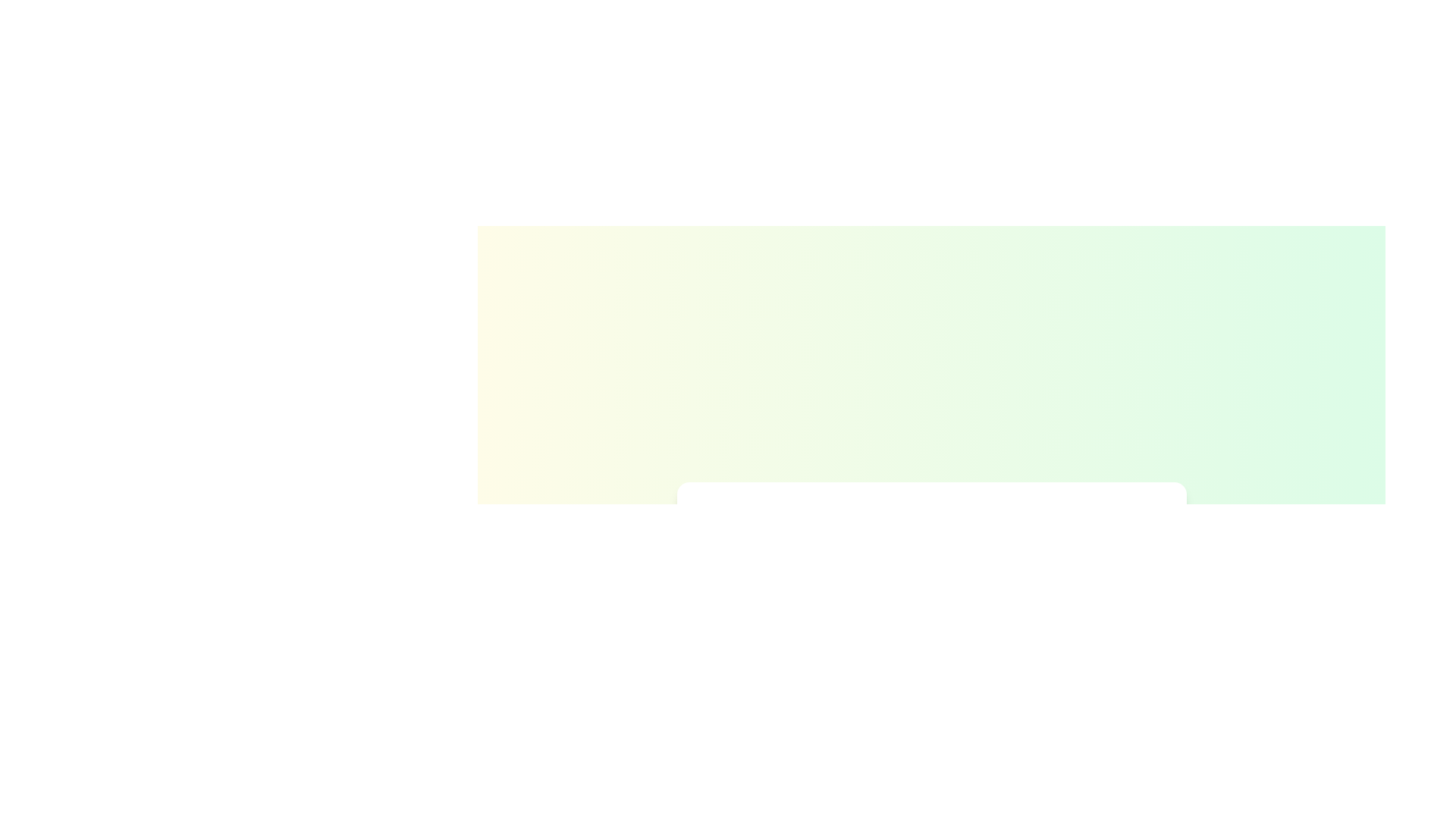  What do you see at coordinates (1049, 579) in the screenshot?
I see `the slider thumb` at bounding box center [1049, 579].